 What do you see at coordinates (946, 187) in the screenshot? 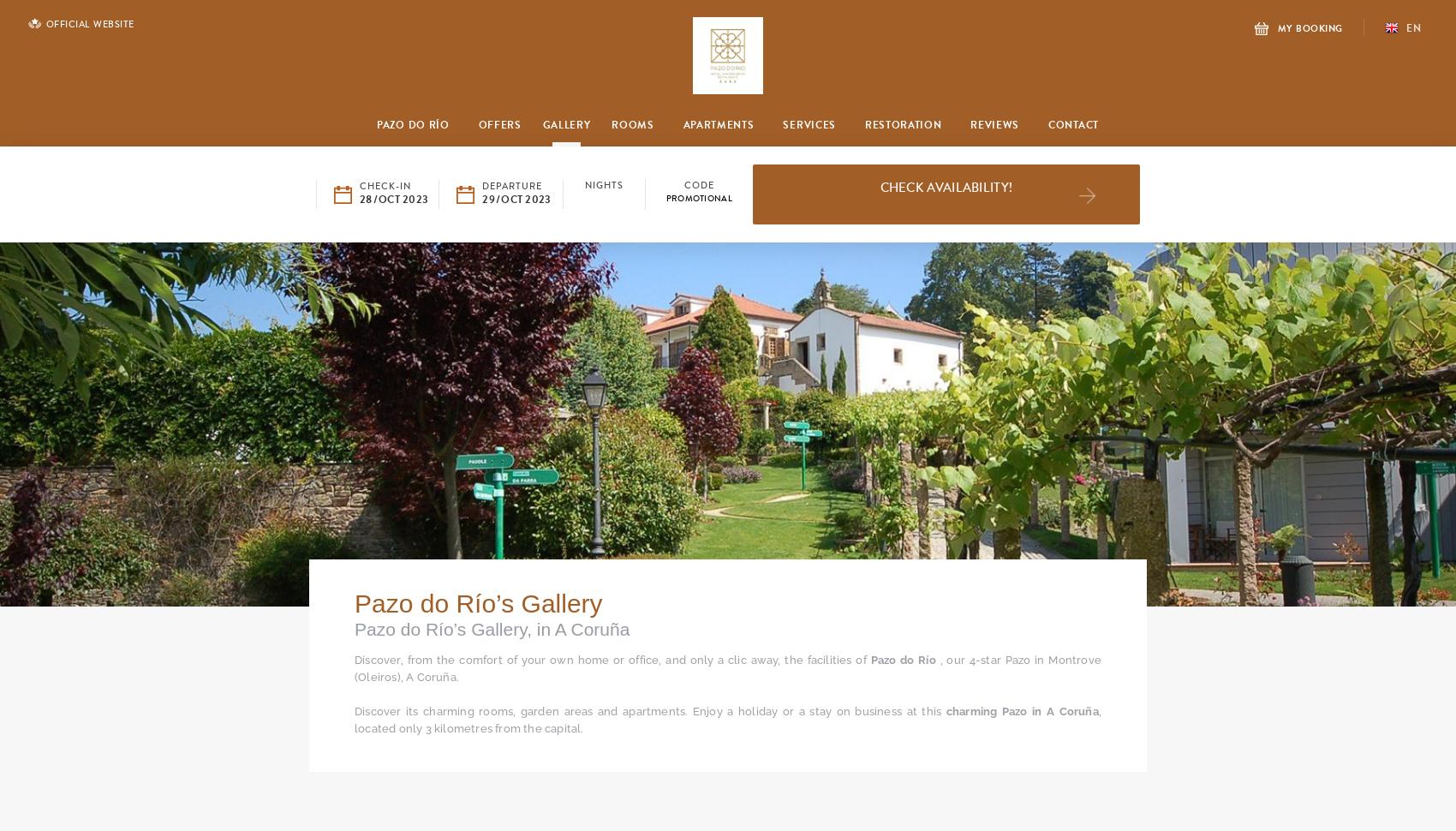
I see `'Check availability!'` at bounding box center [946, 187].